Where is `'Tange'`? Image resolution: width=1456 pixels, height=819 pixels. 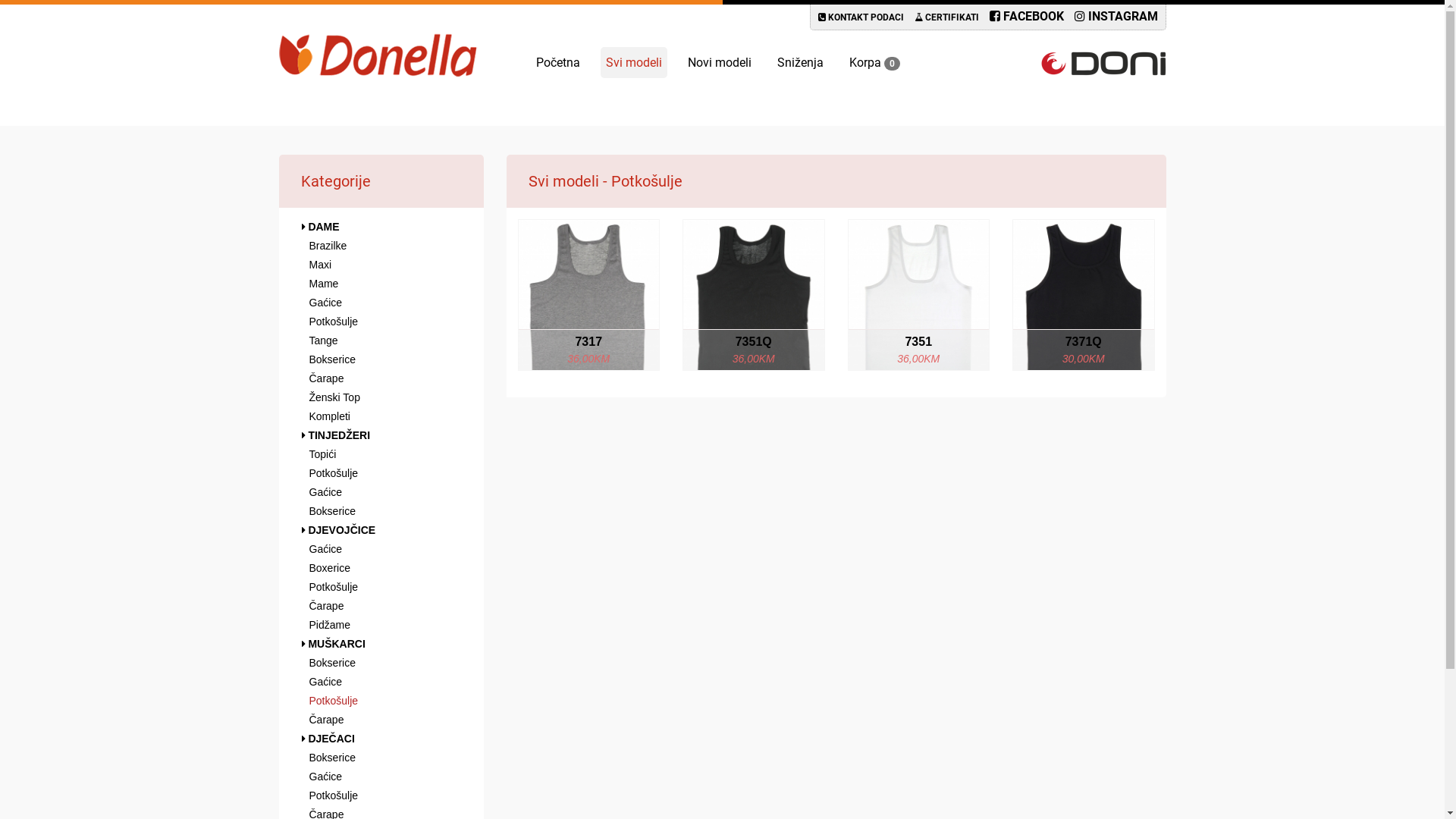 'Tange' is located at coordinates (381, 339).